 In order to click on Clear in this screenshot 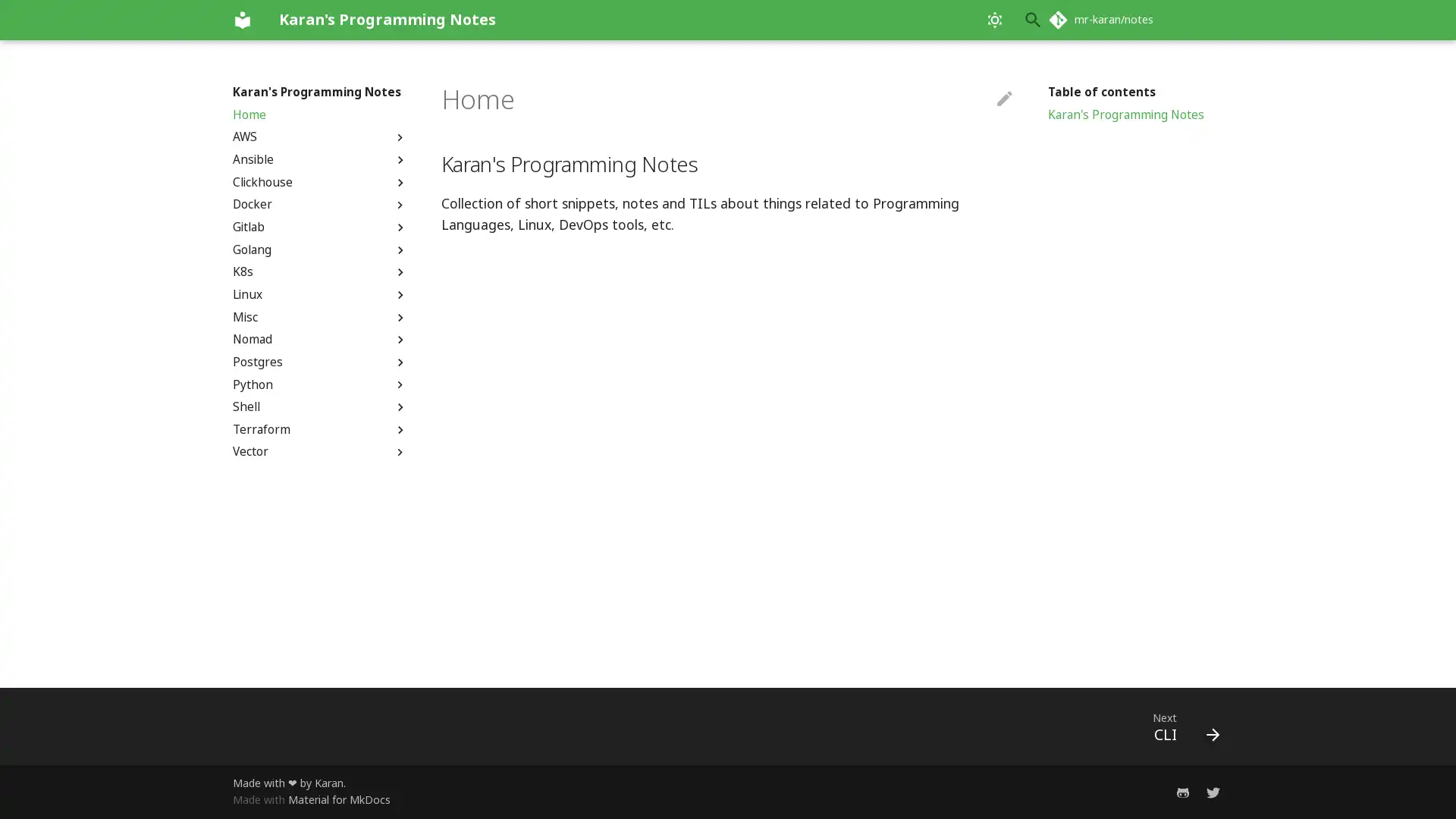, I will do `click(996, 20)`.